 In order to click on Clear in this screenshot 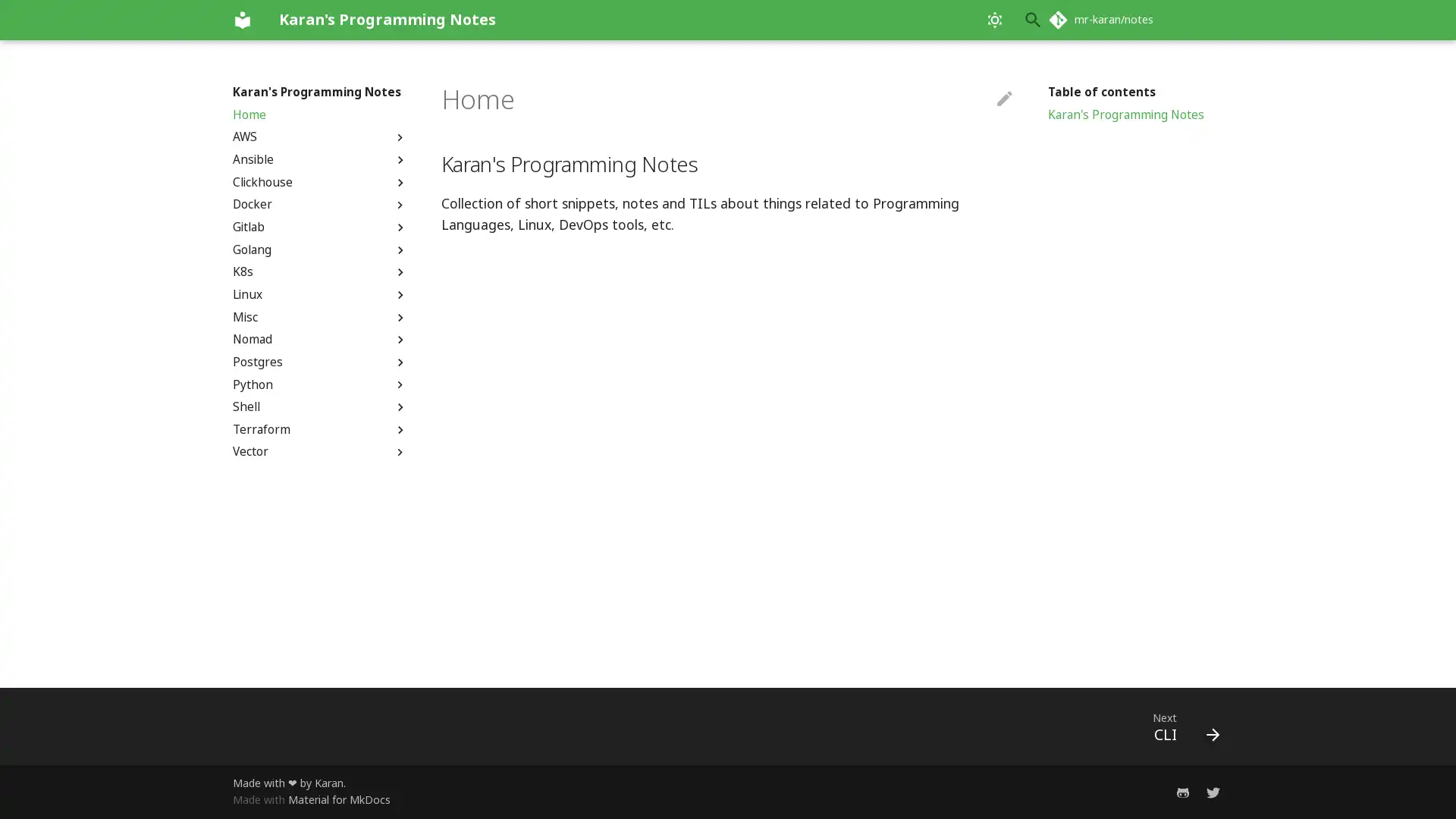, I will do `click(996, 20)`.